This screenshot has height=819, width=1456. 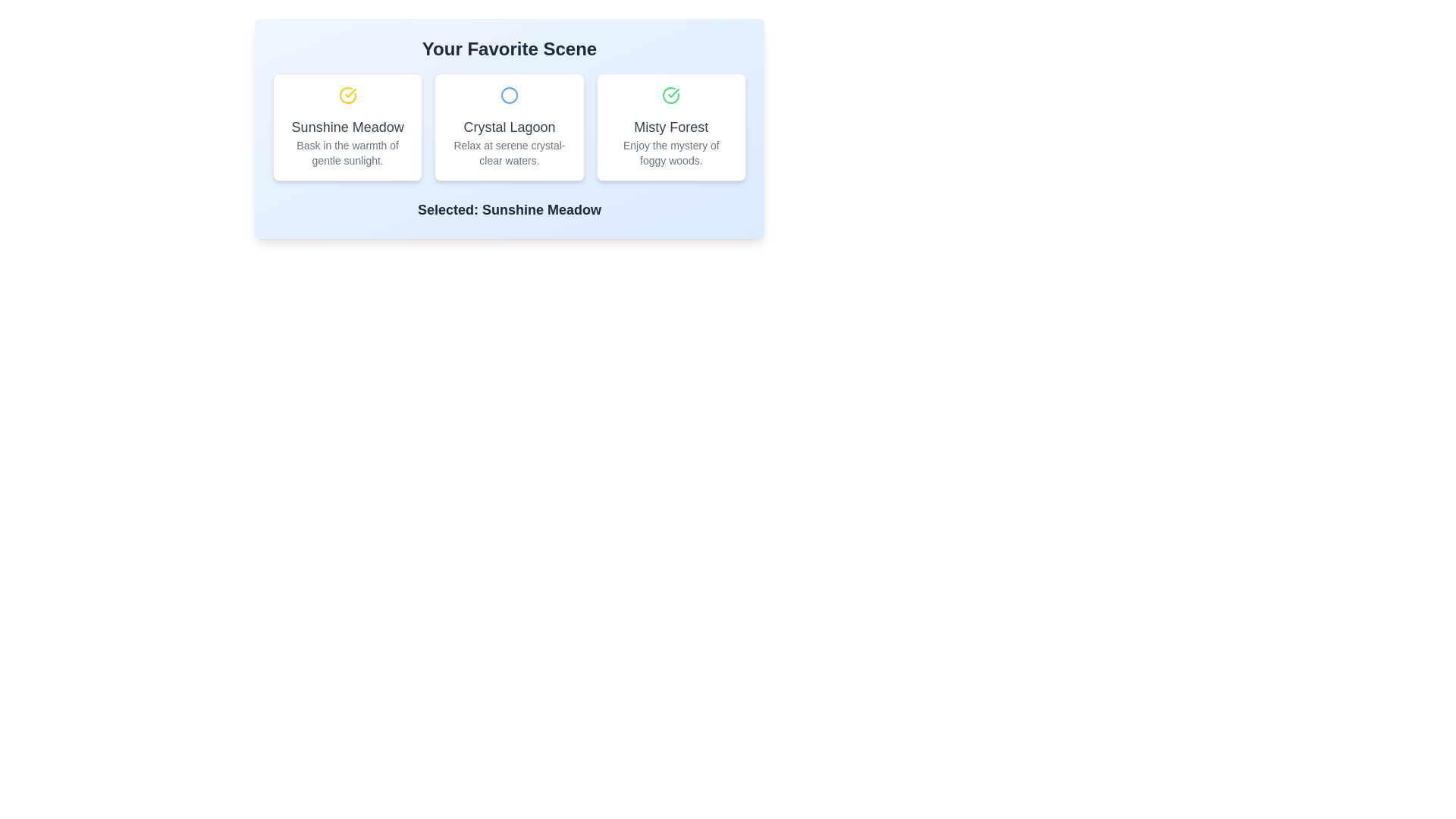 I want to click on the selectable card titled 'Crystal Lagoon', which features a blue circular icon and bold text, located in the middle of three cards, so click(x=510, y=127).